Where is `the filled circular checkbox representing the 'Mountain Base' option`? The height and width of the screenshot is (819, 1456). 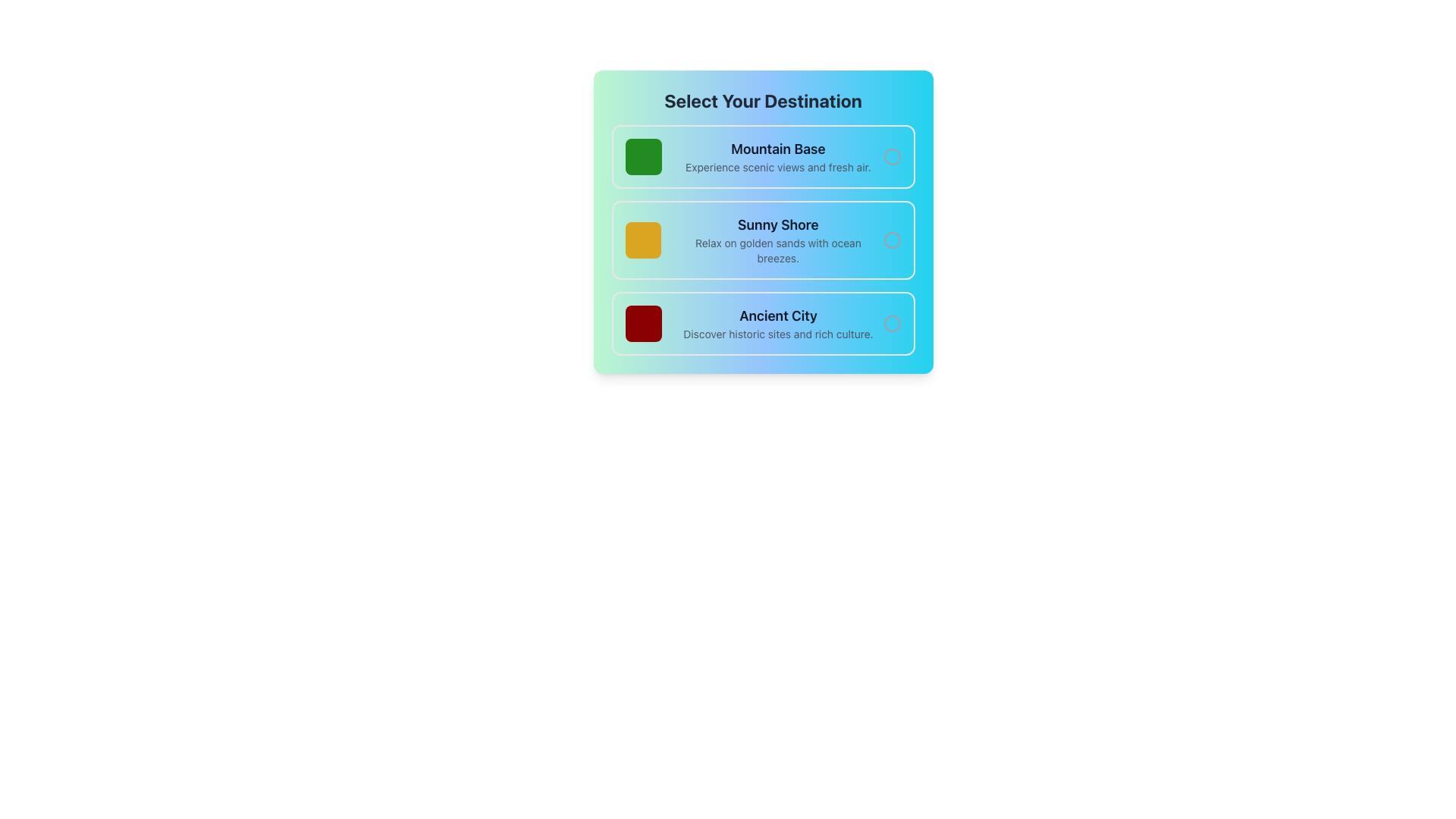
the filled circular checkbox representing the 'Mountain Base' option is located at coordinates (892, 157).